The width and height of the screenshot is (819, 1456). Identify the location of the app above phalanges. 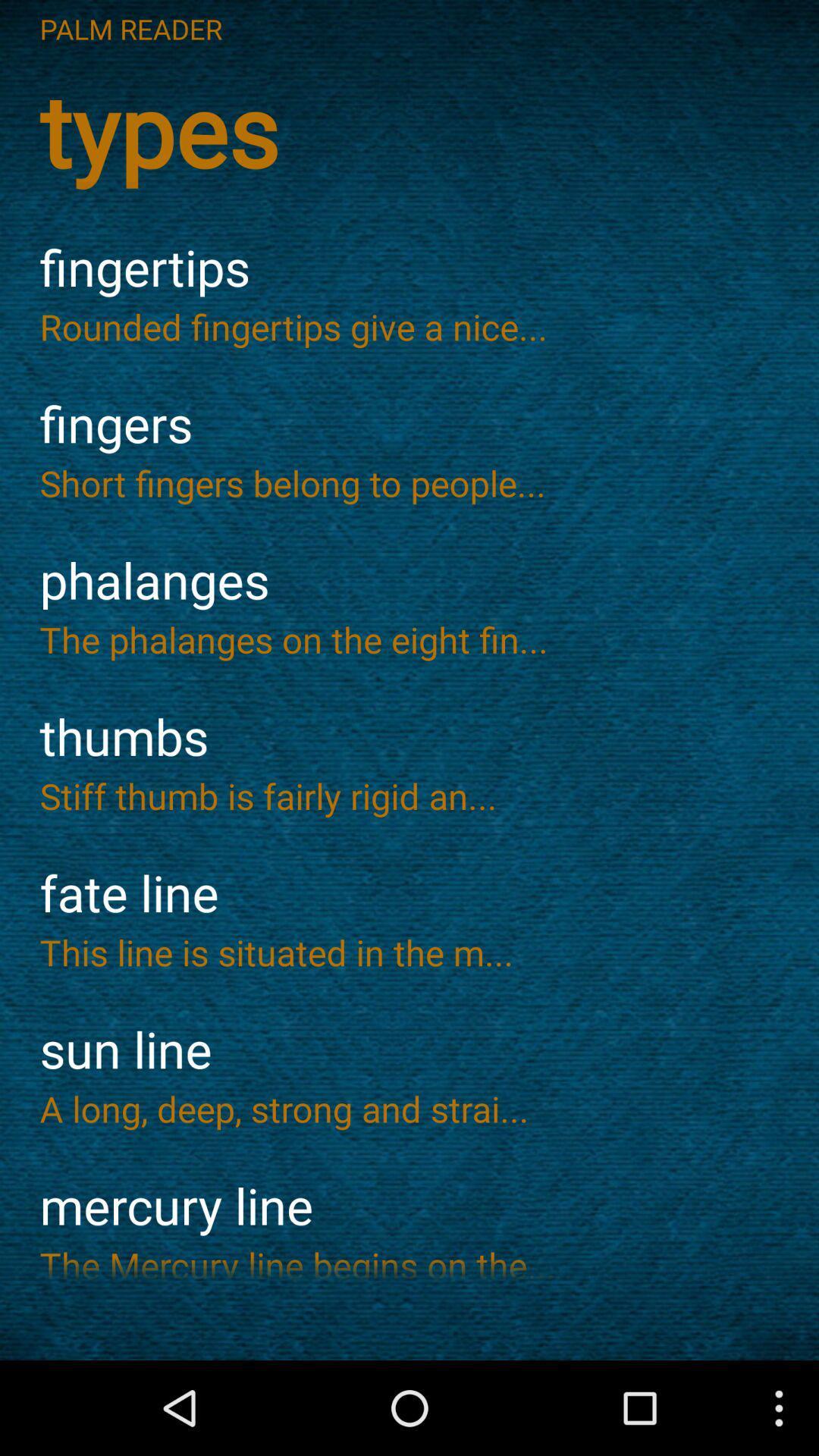
(409, 482).